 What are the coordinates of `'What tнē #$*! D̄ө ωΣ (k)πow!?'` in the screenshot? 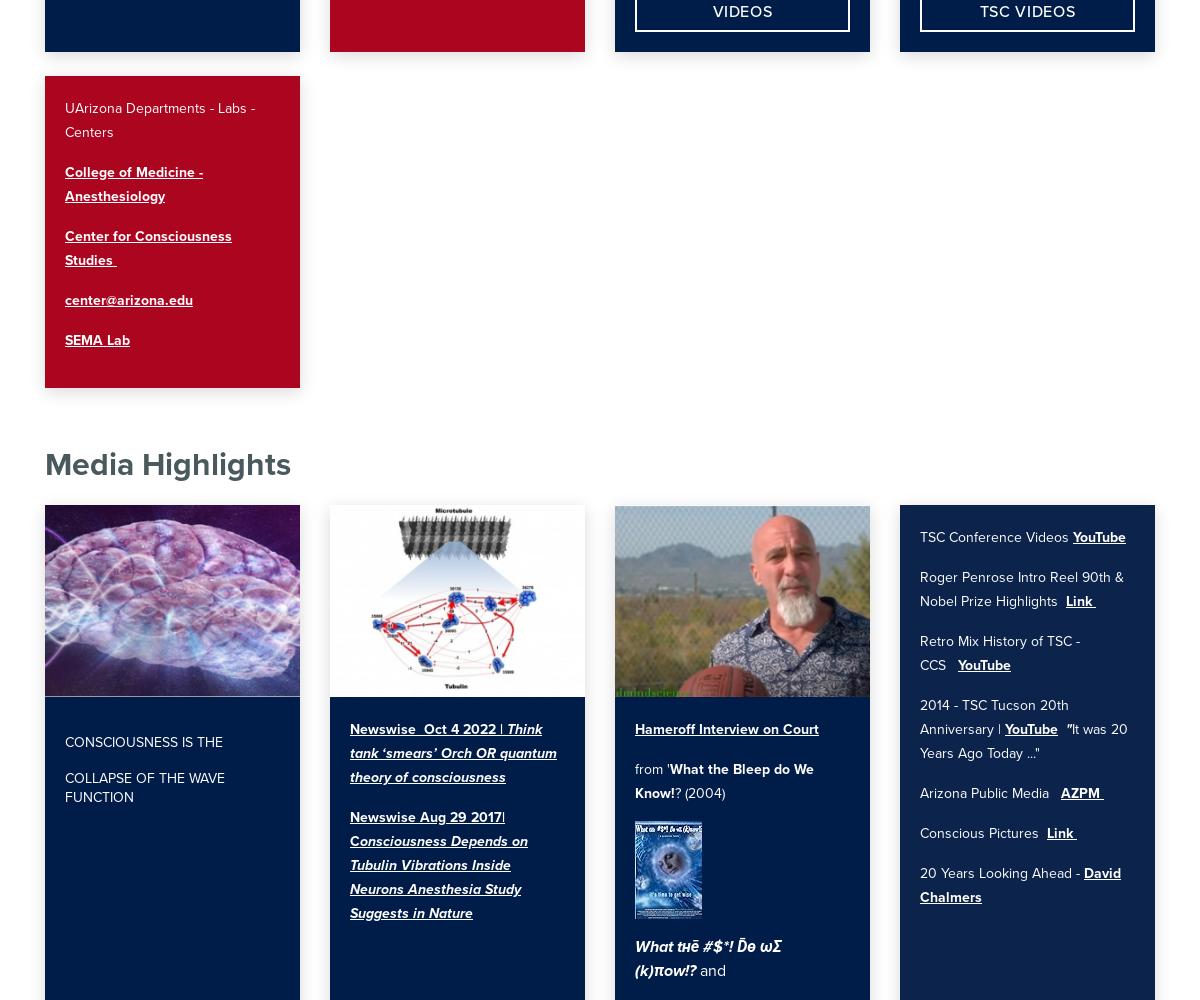 It's located at (708, 957).